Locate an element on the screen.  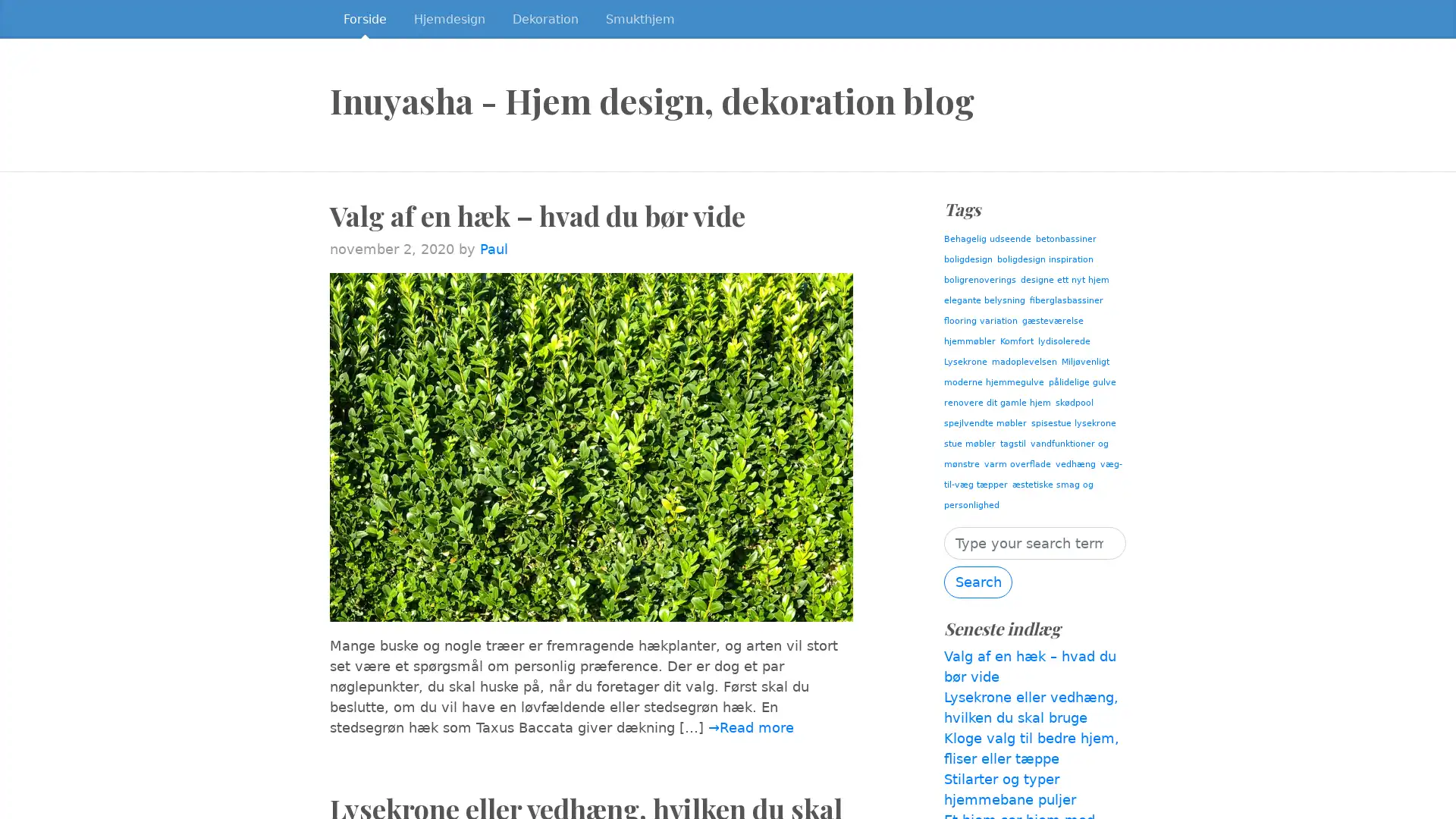
Search is located at coordinates (978, 581).